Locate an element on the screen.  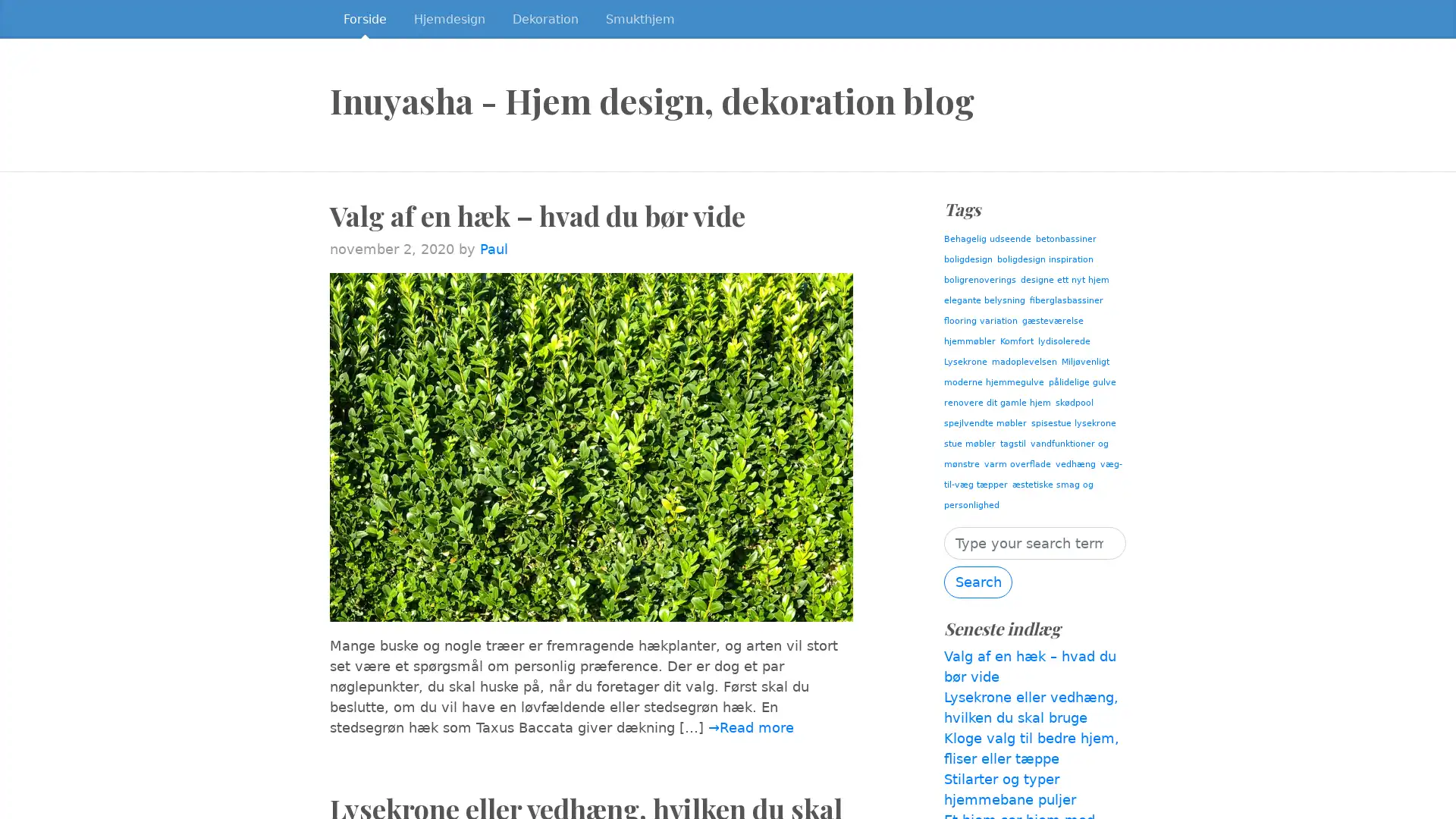
Search is located at coordinates (978, 581).